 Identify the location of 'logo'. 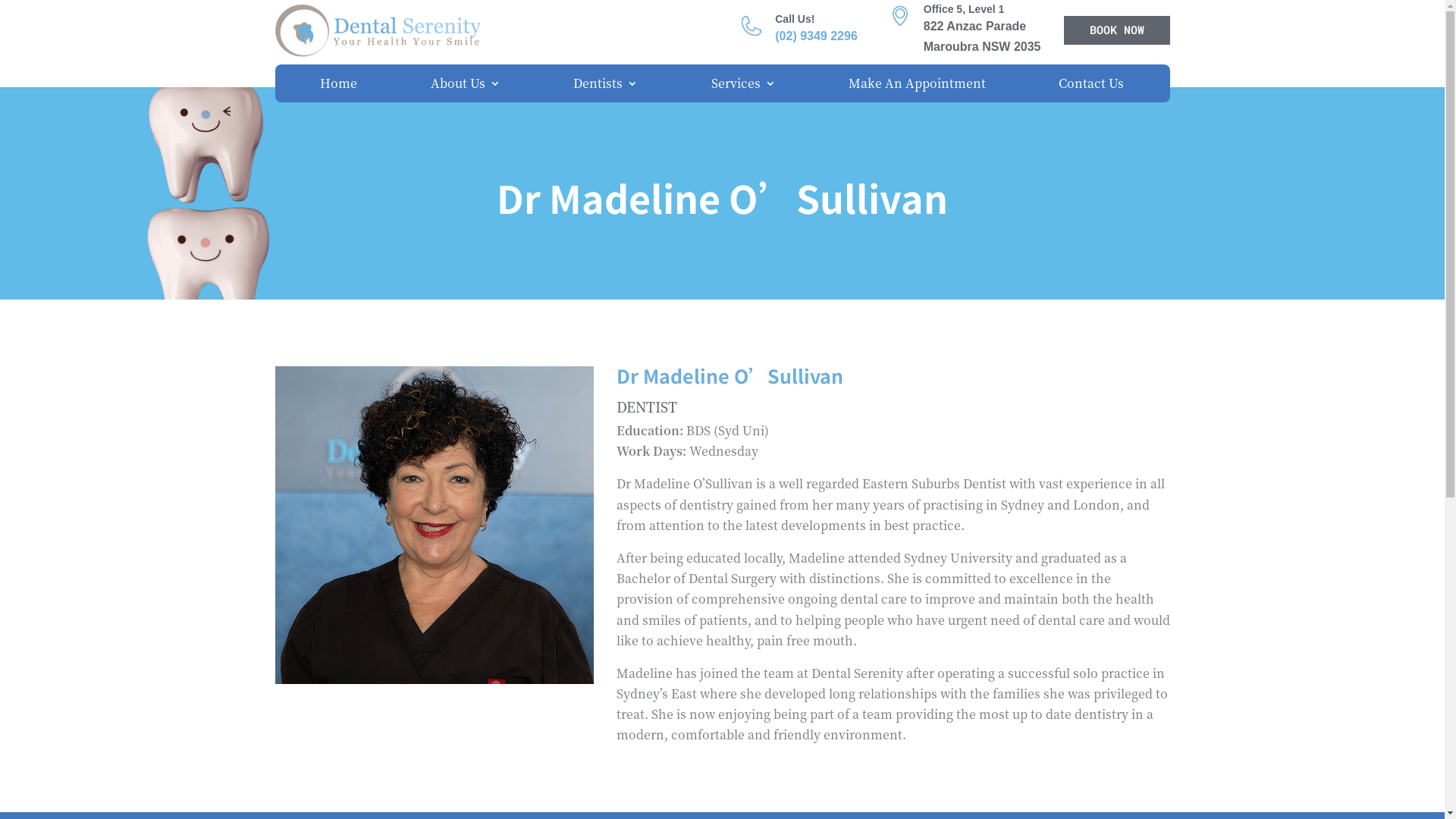
(377, 30).